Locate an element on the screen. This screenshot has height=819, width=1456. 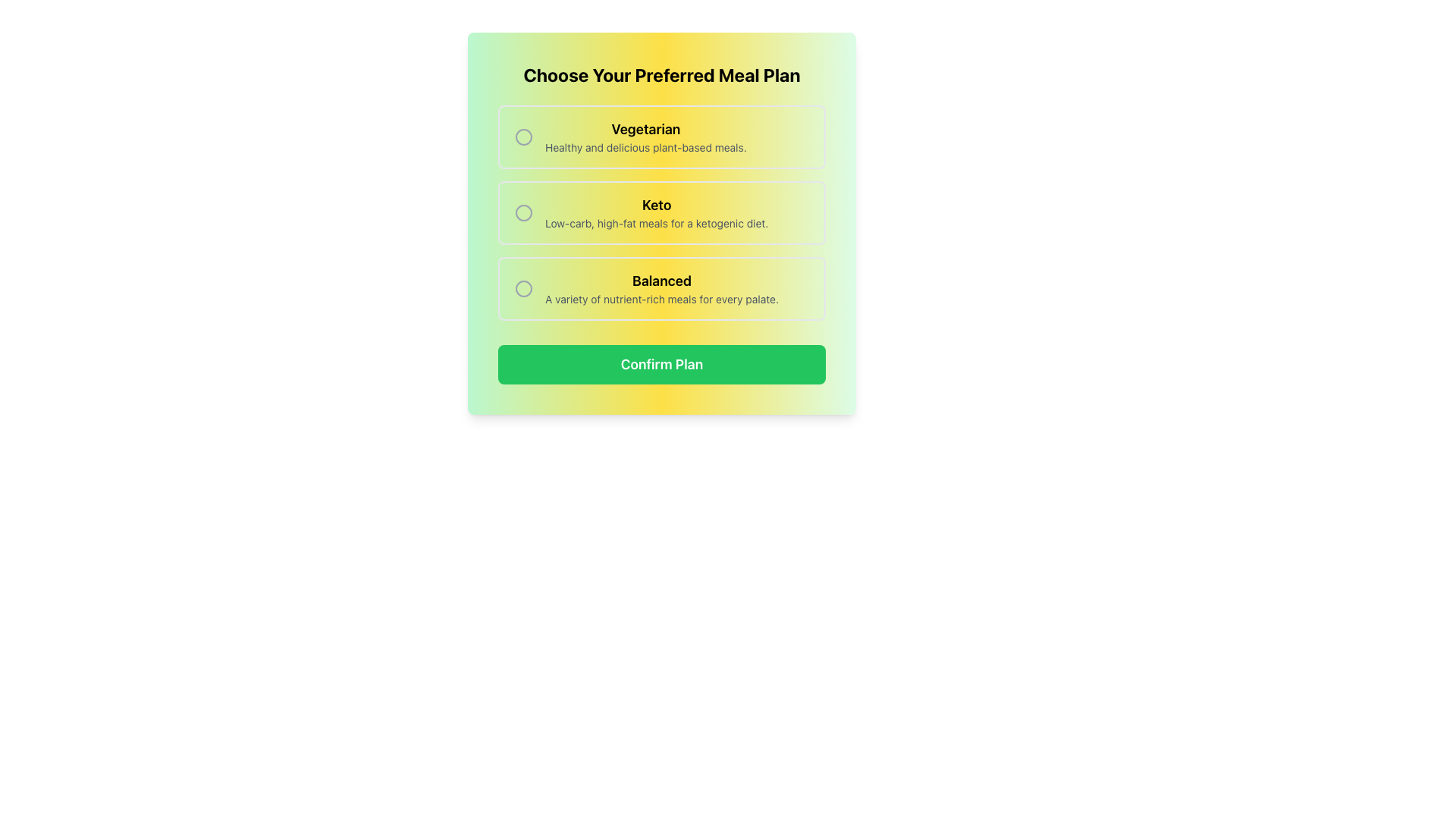
the descriptive text 'A variety of nutrient-rich meals for every palate.' which is located below the bold 'Balanced' label in the third meal plan option card is located at coordinates (662, 299).